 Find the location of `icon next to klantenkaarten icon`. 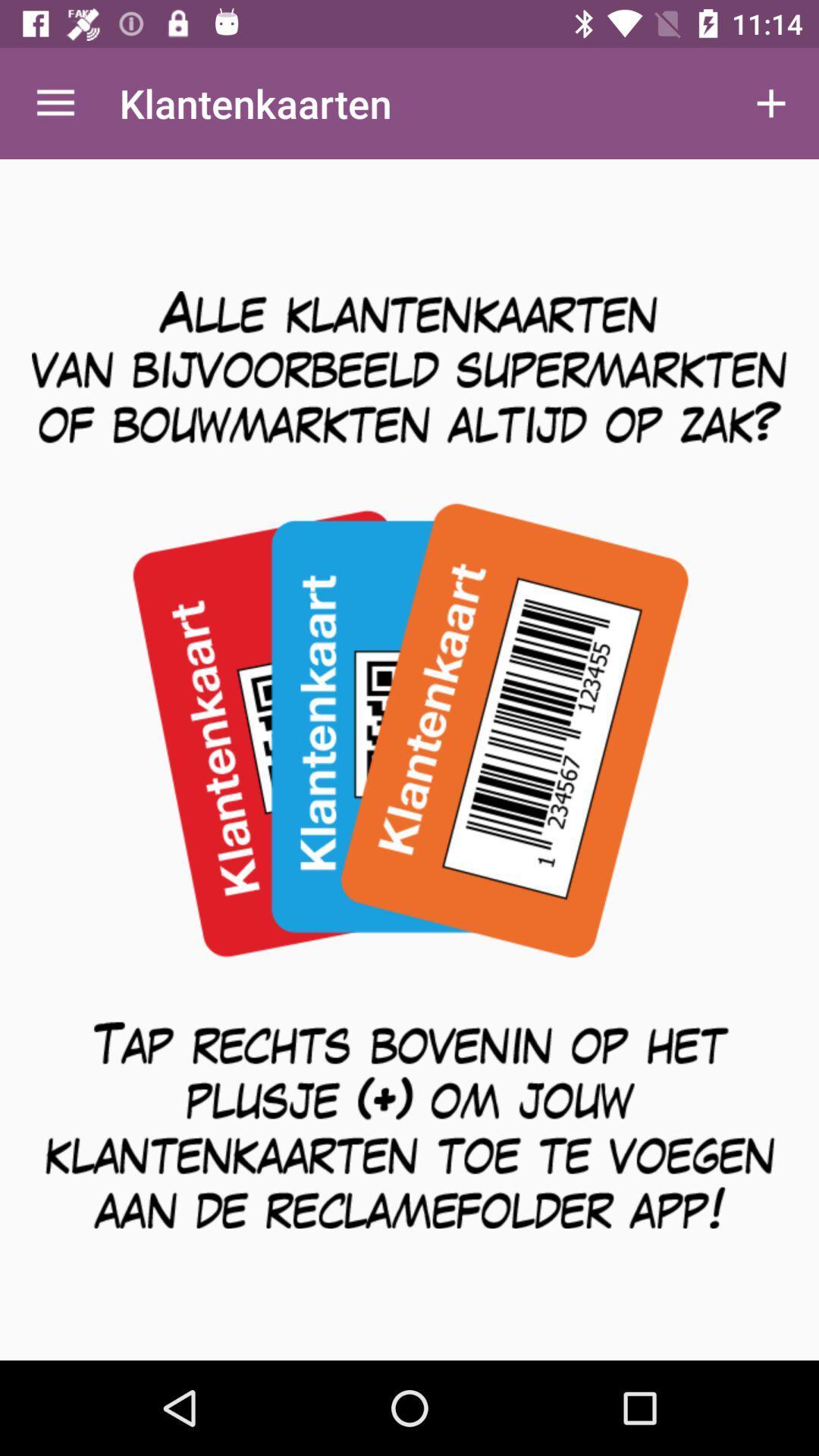

icon next to klantenkaarten icon is located at coordinates (771, 102).